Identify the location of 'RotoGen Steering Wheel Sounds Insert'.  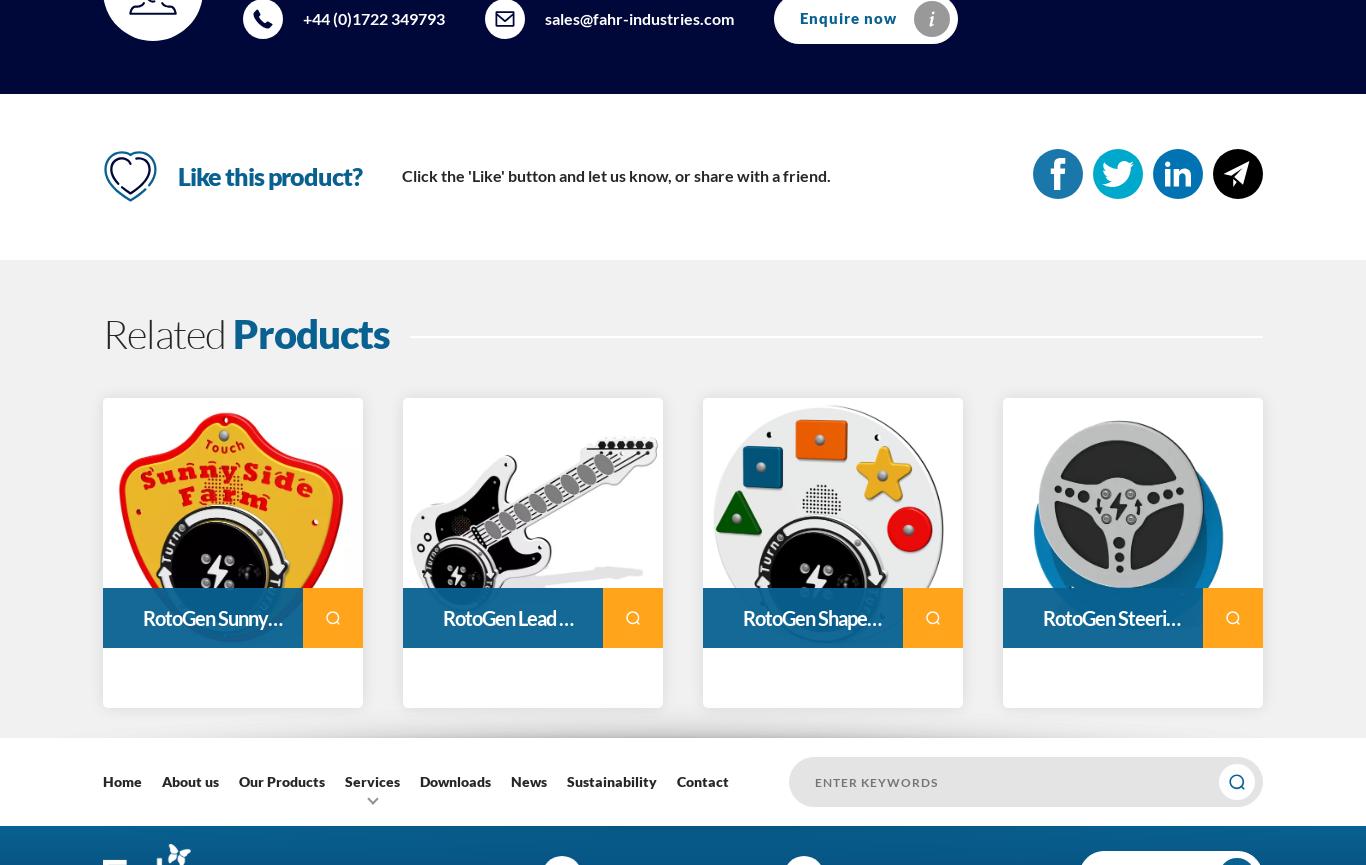
(1041, 618).